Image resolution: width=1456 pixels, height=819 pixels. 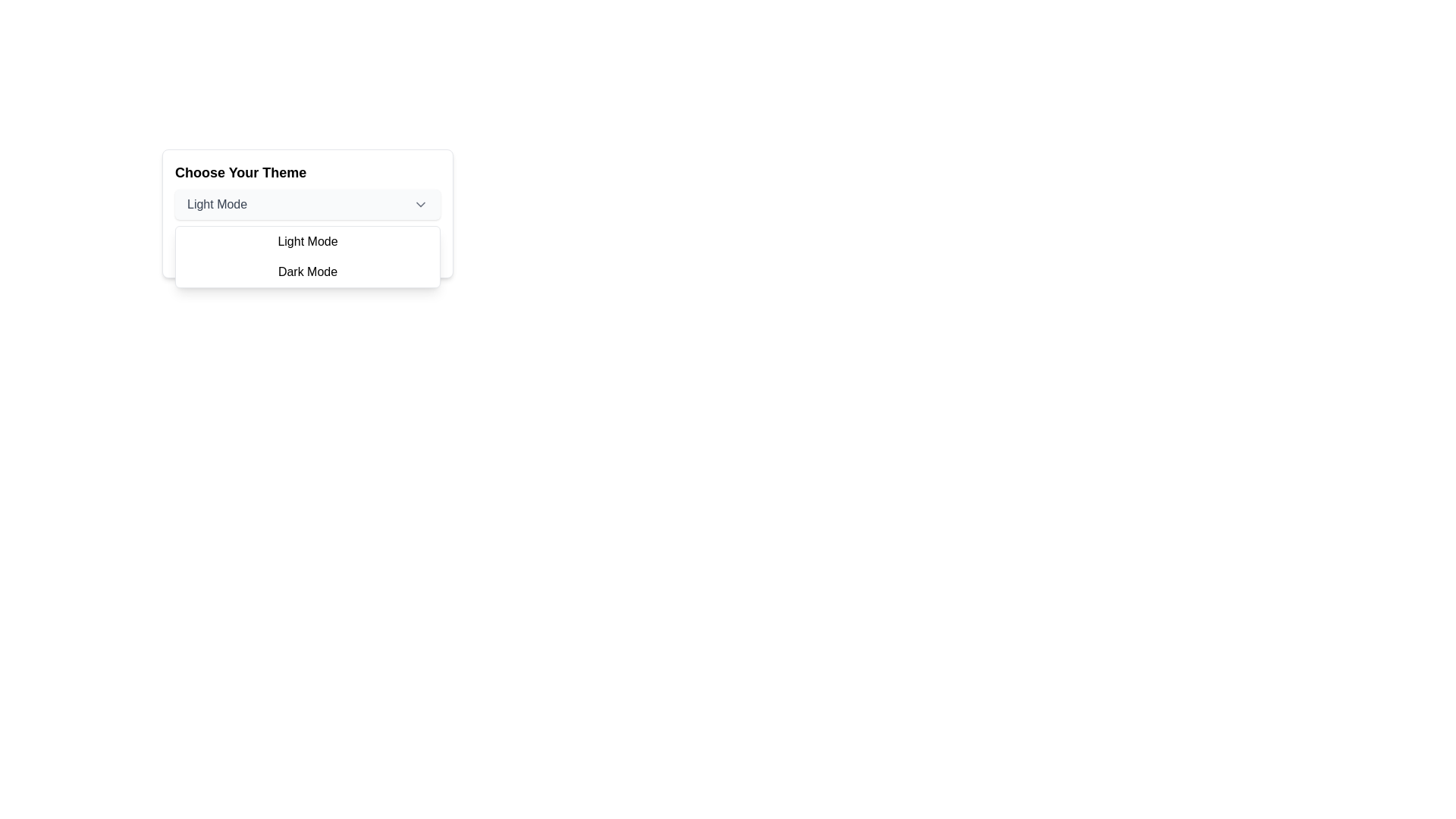 What do you see at coordinates (307, 241) in the screenshot?
I see `the 'Light Mode' option in the dropdown menu, which is the first option styled with a white background and highlighted in blue when hovered over` at bounding box center [307, 241].